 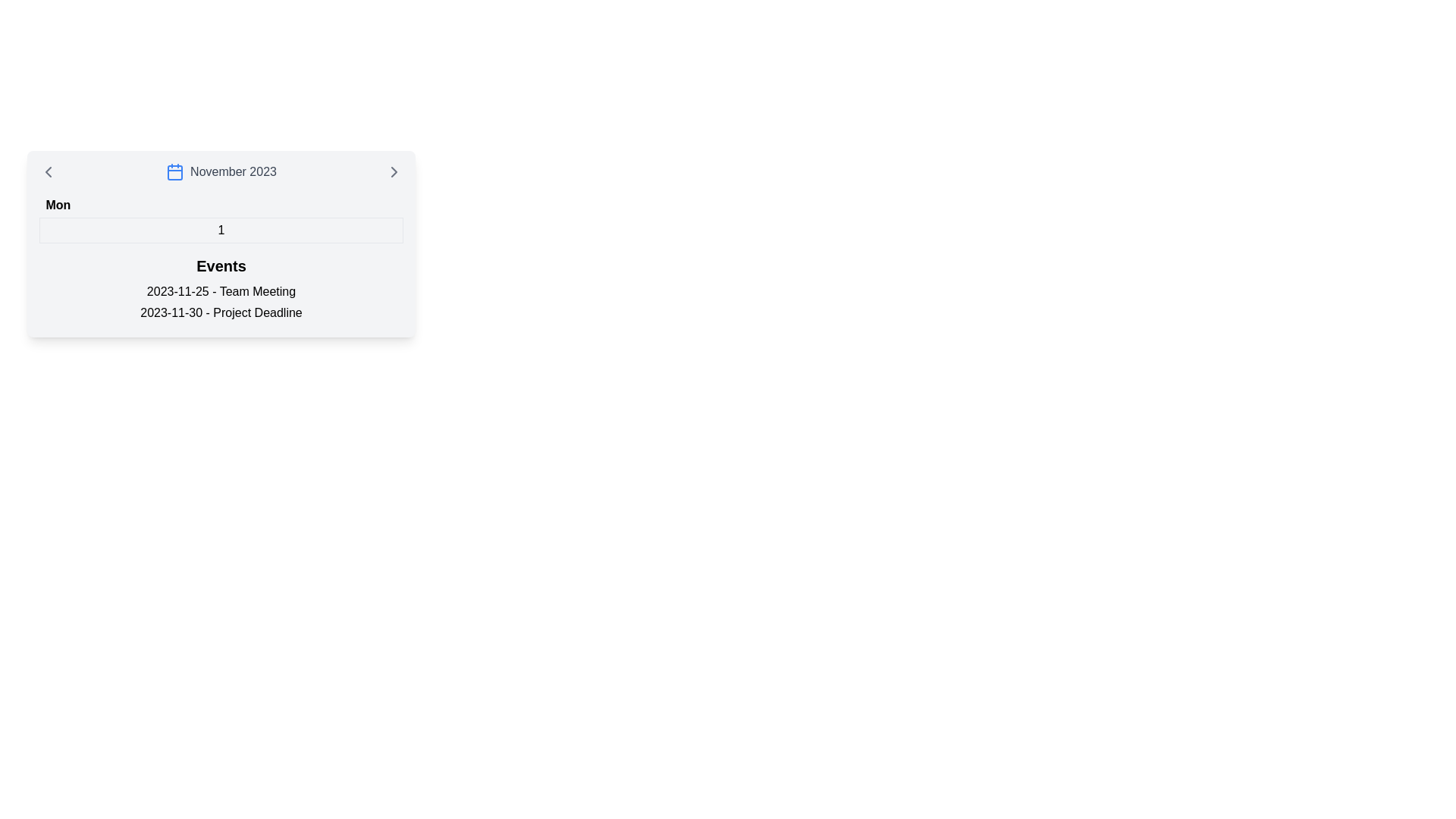 I want to click on the central rectangle inside the SVG calendar icon, which serves as a placeholder for calendar details, so click(x=175, y=171).